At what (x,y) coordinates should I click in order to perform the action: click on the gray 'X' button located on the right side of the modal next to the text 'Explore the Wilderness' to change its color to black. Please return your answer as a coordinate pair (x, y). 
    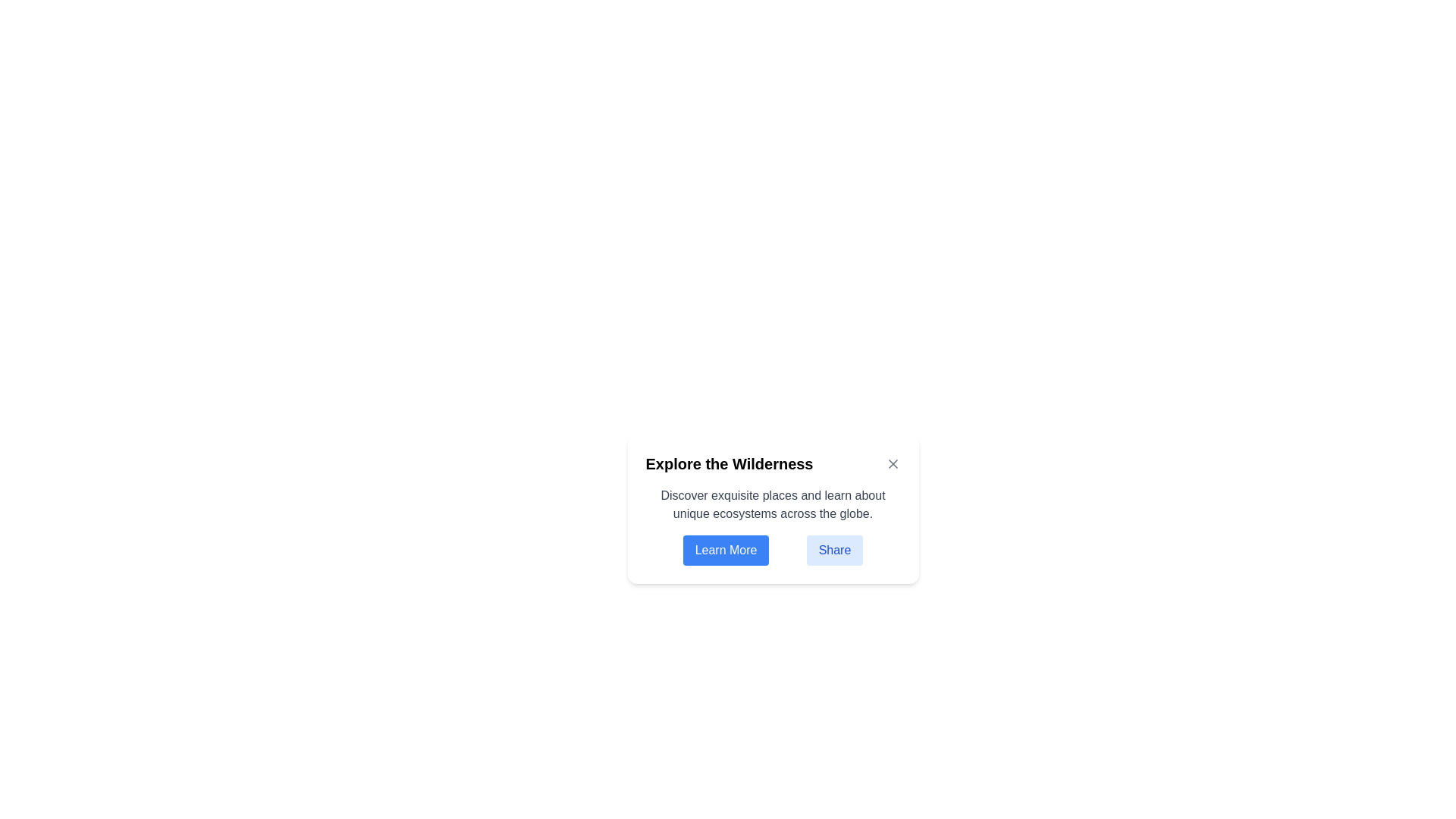
    Looking at the image, I should click on (893, 463).